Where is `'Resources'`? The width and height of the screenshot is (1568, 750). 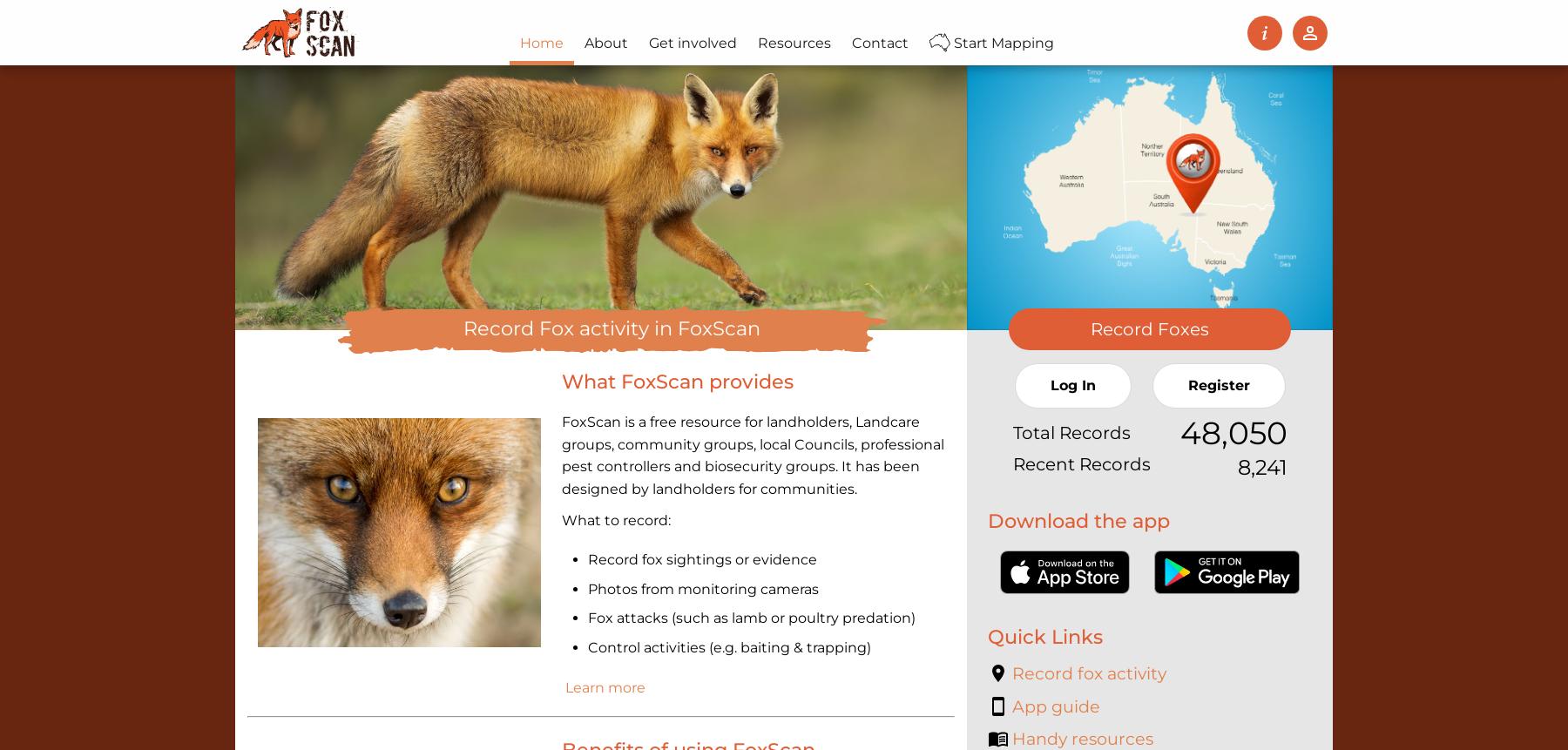 'Resources' is located at coordinates (757, 43).